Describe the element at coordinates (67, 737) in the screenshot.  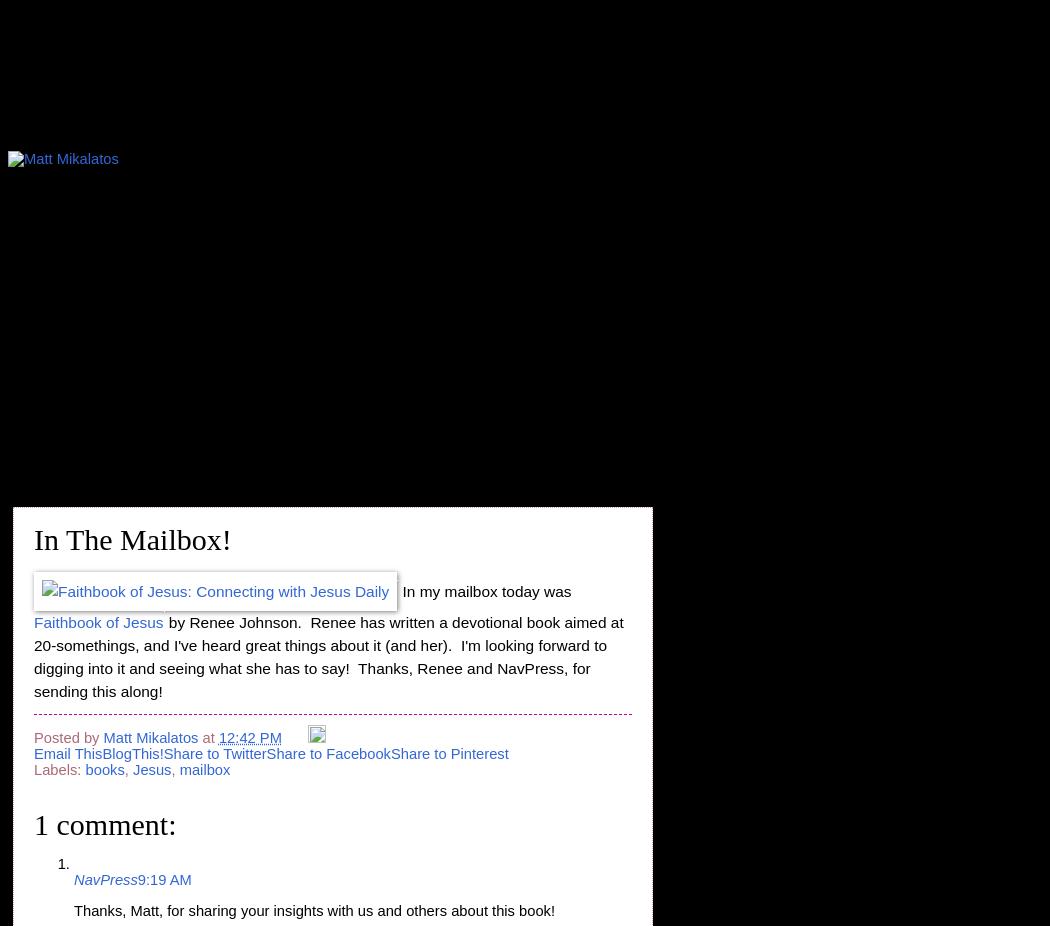
I see `'Posted by'` at that location.